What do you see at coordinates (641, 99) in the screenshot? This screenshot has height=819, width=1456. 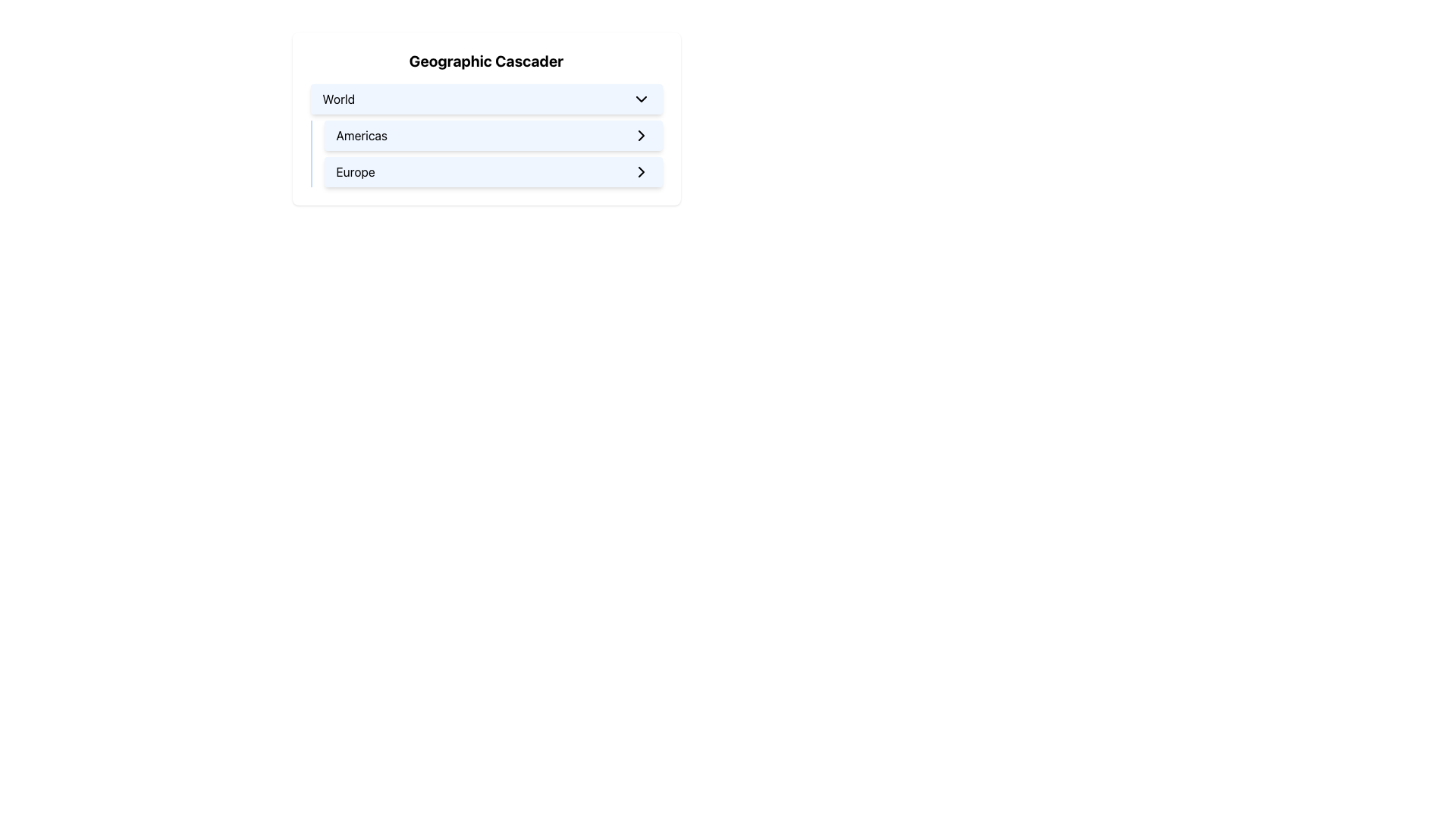 I see `the downward-pointing chevron icon button within the 'World' menu using keyboard navigation` at bounding box center [641, 99].